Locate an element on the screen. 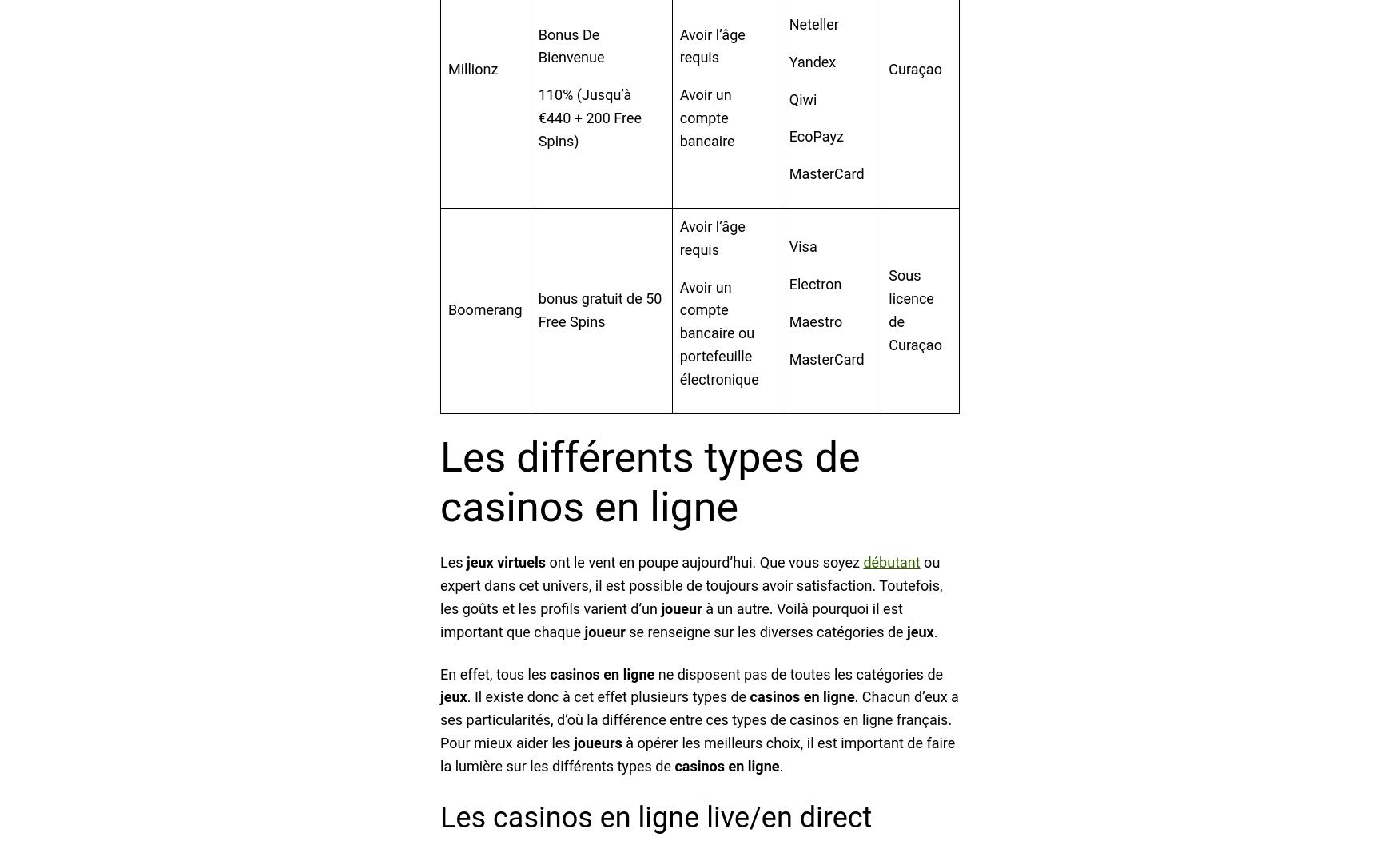 The image size is (1400, 849). 'se renseigne sur les diverses catégories de' is located at coordinates (765, 631).